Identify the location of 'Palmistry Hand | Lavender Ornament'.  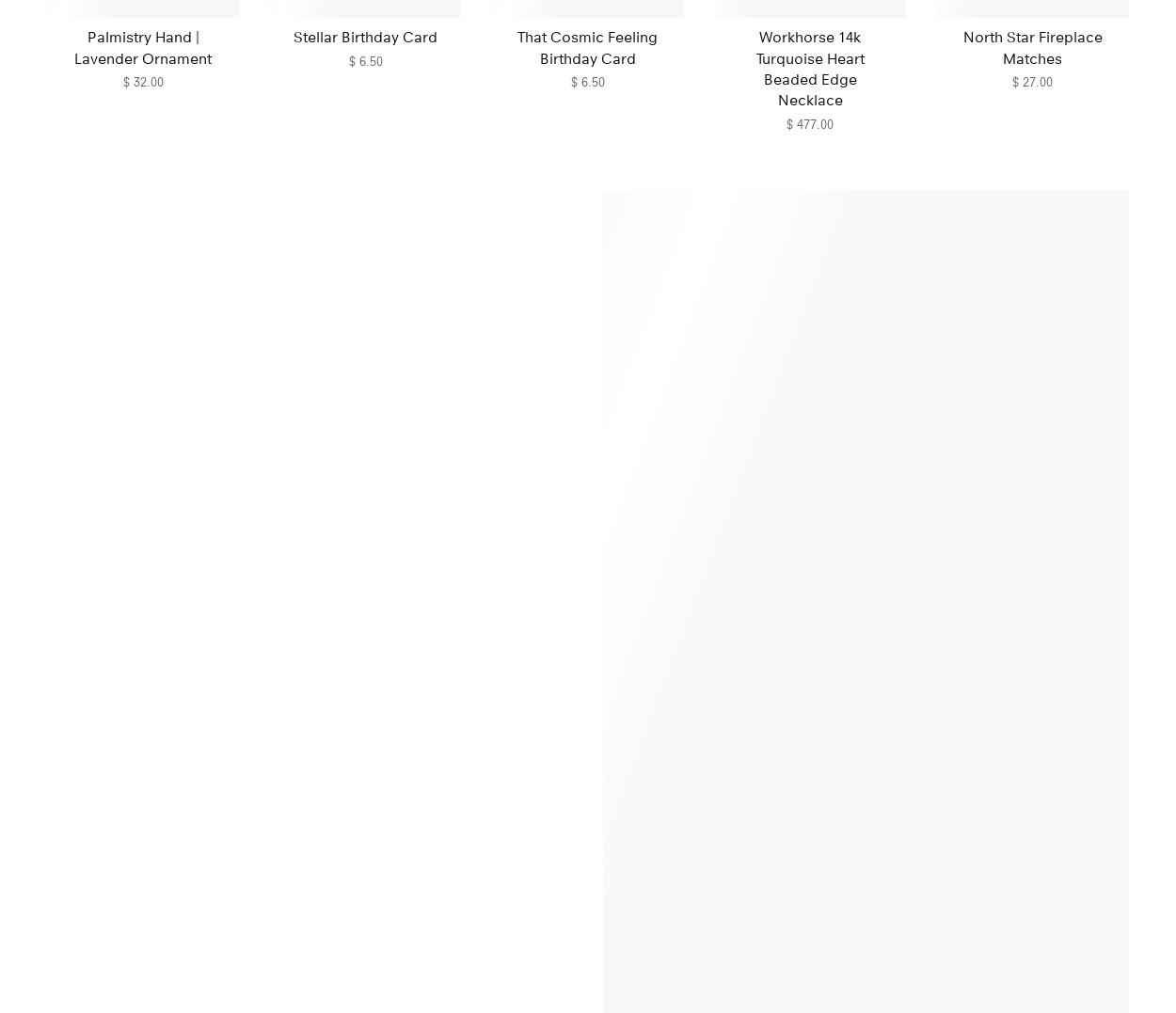
(143, 47).